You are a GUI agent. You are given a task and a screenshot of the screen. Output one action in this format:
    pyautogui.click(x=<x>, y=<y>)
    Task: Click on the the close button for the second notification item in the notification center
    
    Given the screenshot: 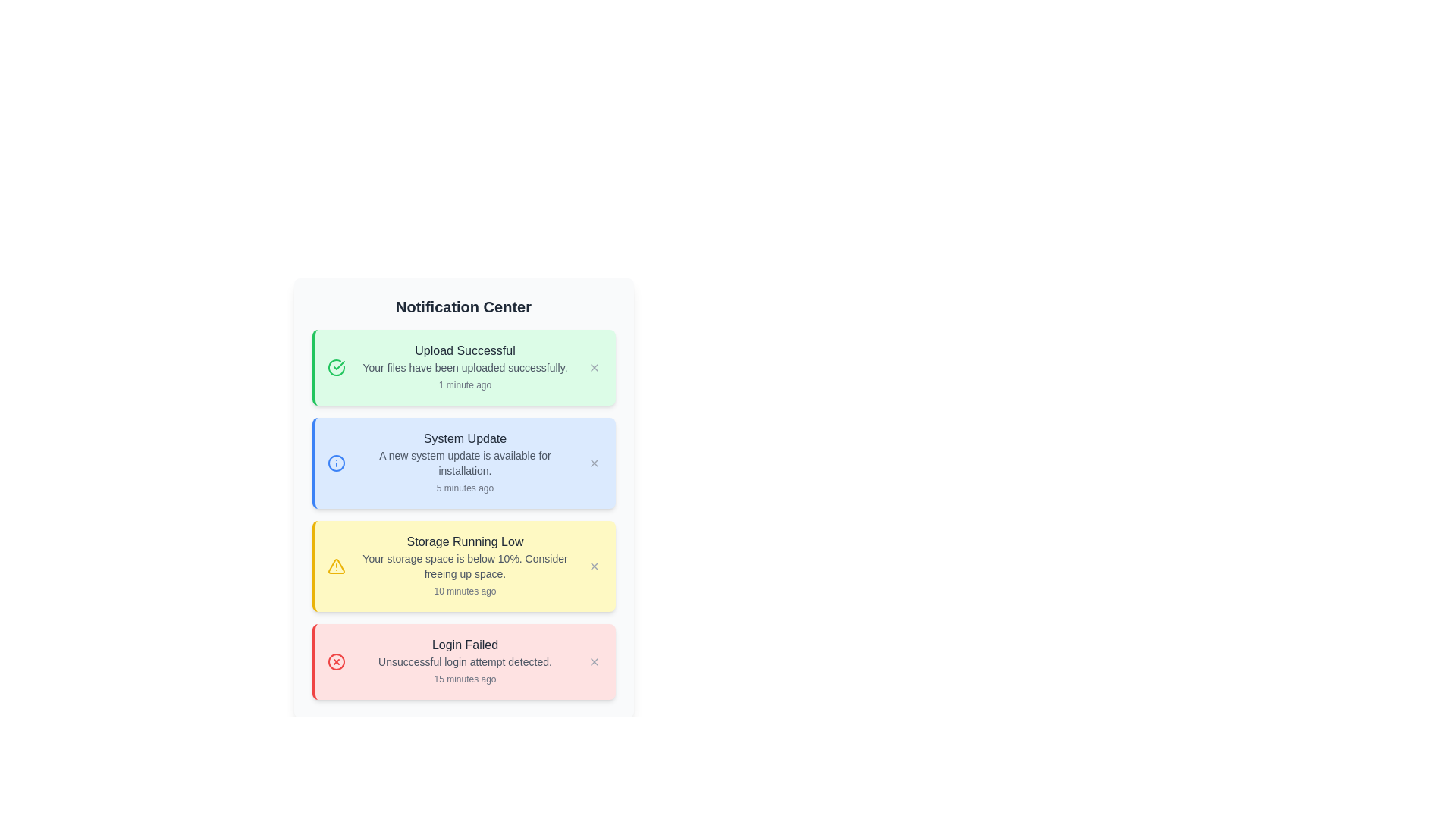 What is the action you would take?
    pyautogui.click(x=593, y=462)
    